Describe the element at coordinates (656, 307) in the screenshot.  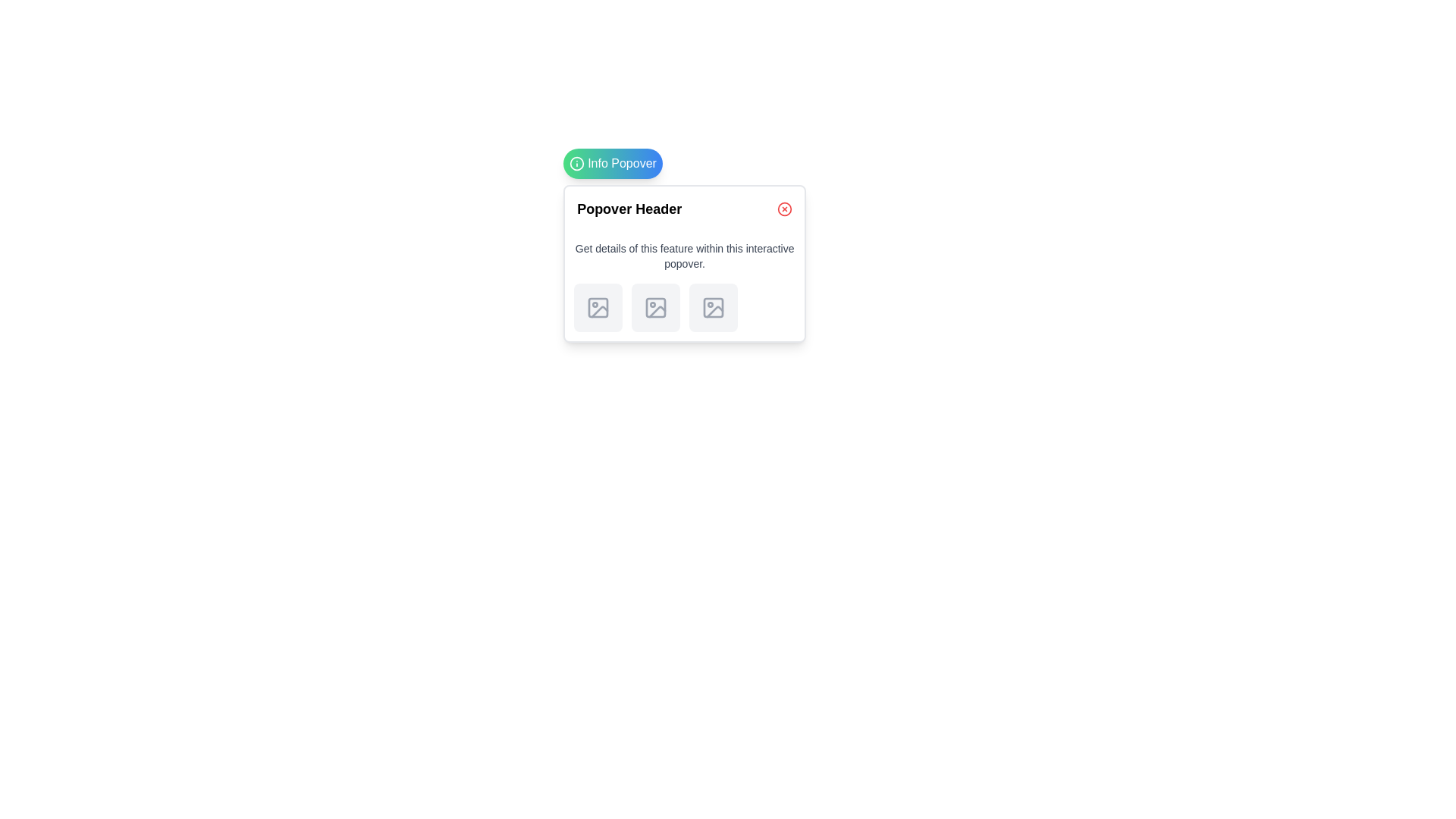
I see `the second square-shaped icon with rounded edges that has a light gray background and a darker gray photo placeholder icon, located in the right-hand column of the layout` at that location.